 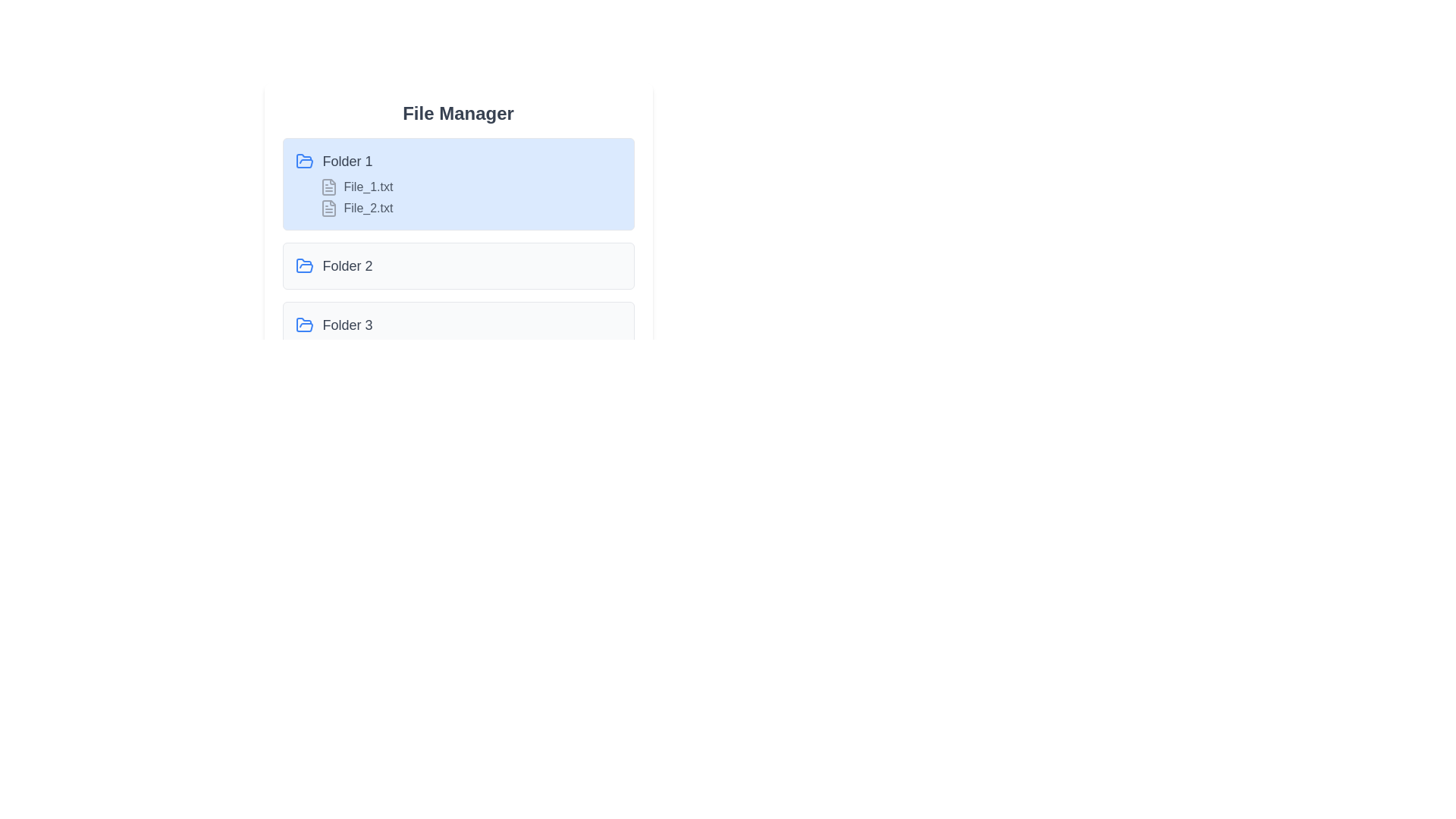 I want to click on the text label that describes the second folder in the list, positioned to the right of the folder icon, so click(x=347, y=265).